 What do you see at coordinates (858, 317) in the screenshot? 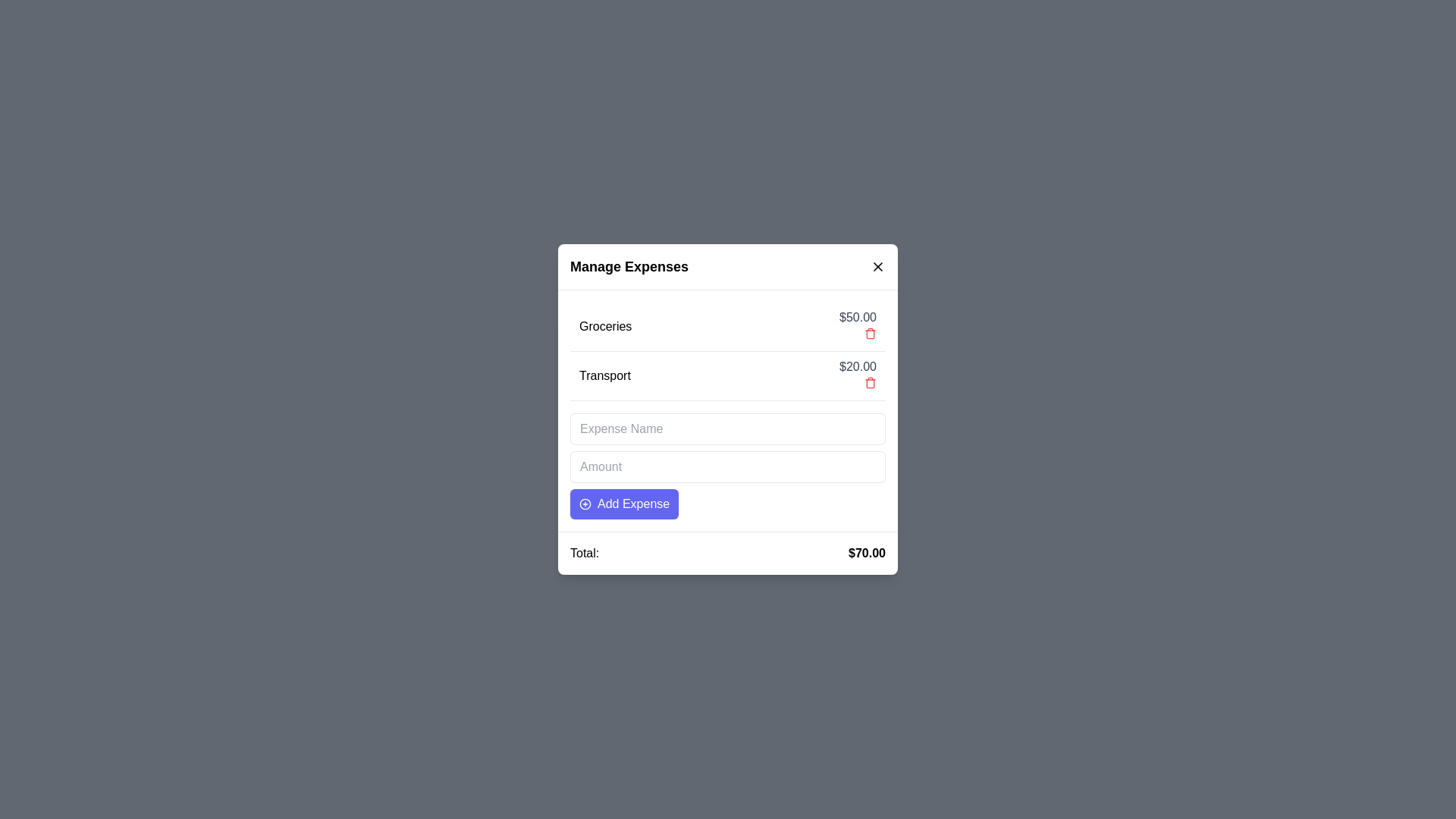
I see `the light gray text label displaying '$50.00' in bold, located in the right-aligned column of the expense listing table for the 'Groceries' row` at bounding box center [858, 317].